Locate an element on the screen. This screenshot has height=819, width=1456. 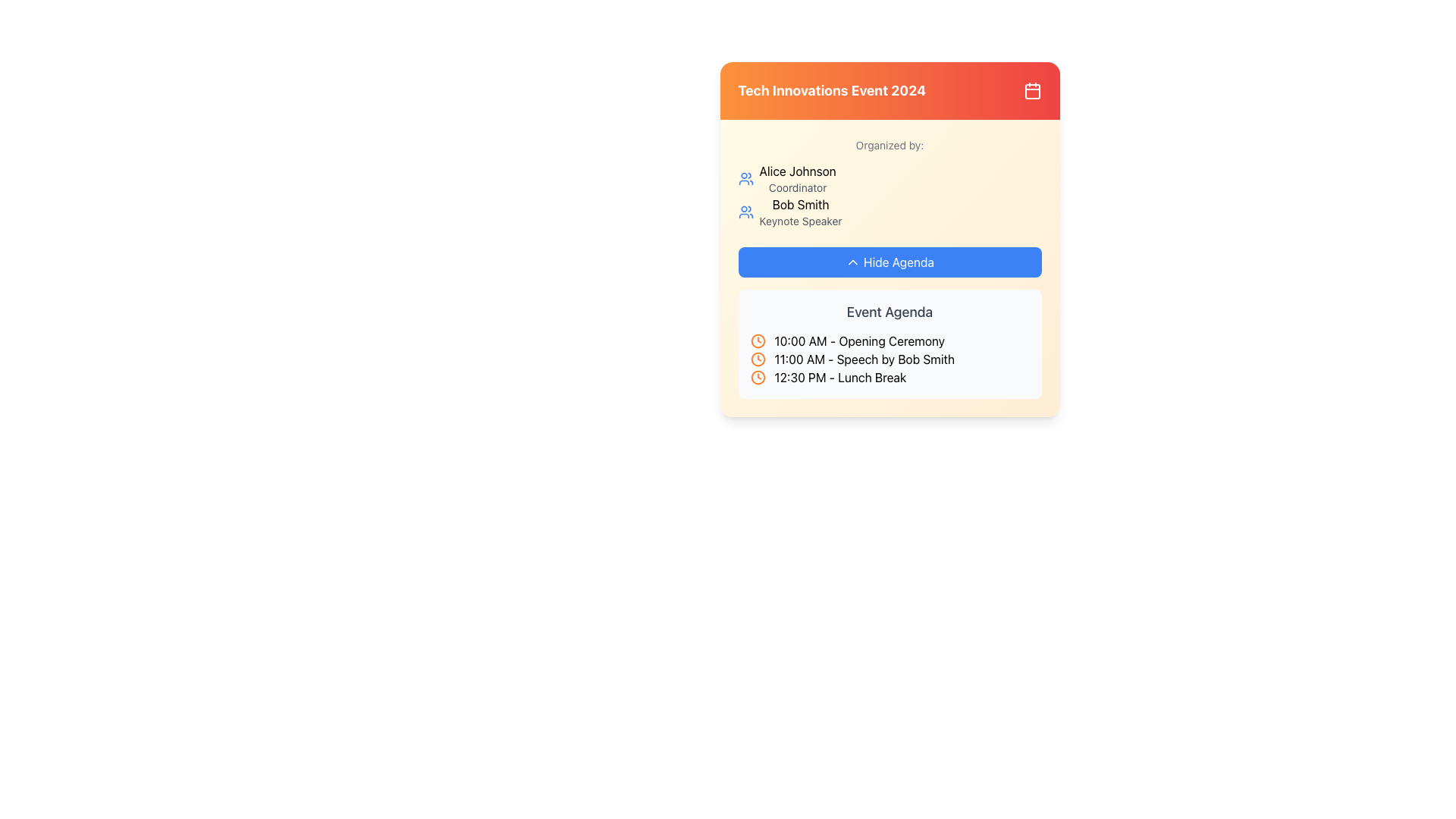
the bold and large-sized text displaying the title 'Tech Innovations Event 2024' which is styled with a vibrant gradient background and positioned at the top-left corner of the header is located at coordinates (831, 90).